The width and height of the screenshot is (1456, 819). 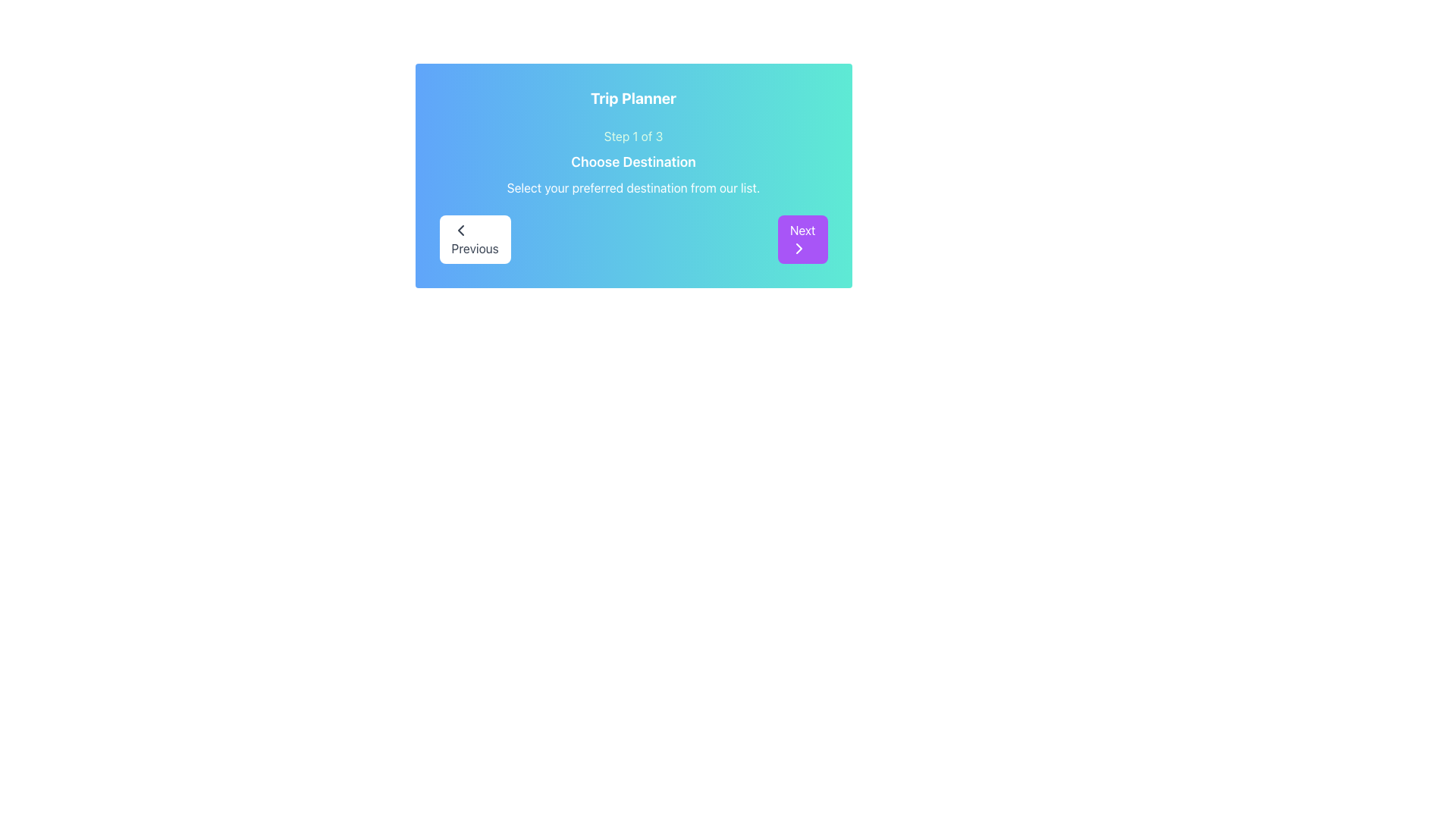 What do you see at coordinates (633, 99) in the screenshot?
I see `the main descriptive title for the trip planner card, which is a static text label positioned at the top of the card, centered horizontally and above the text 'Step 1 of 3 Choose Destination'` at bounding box center [633, 99].